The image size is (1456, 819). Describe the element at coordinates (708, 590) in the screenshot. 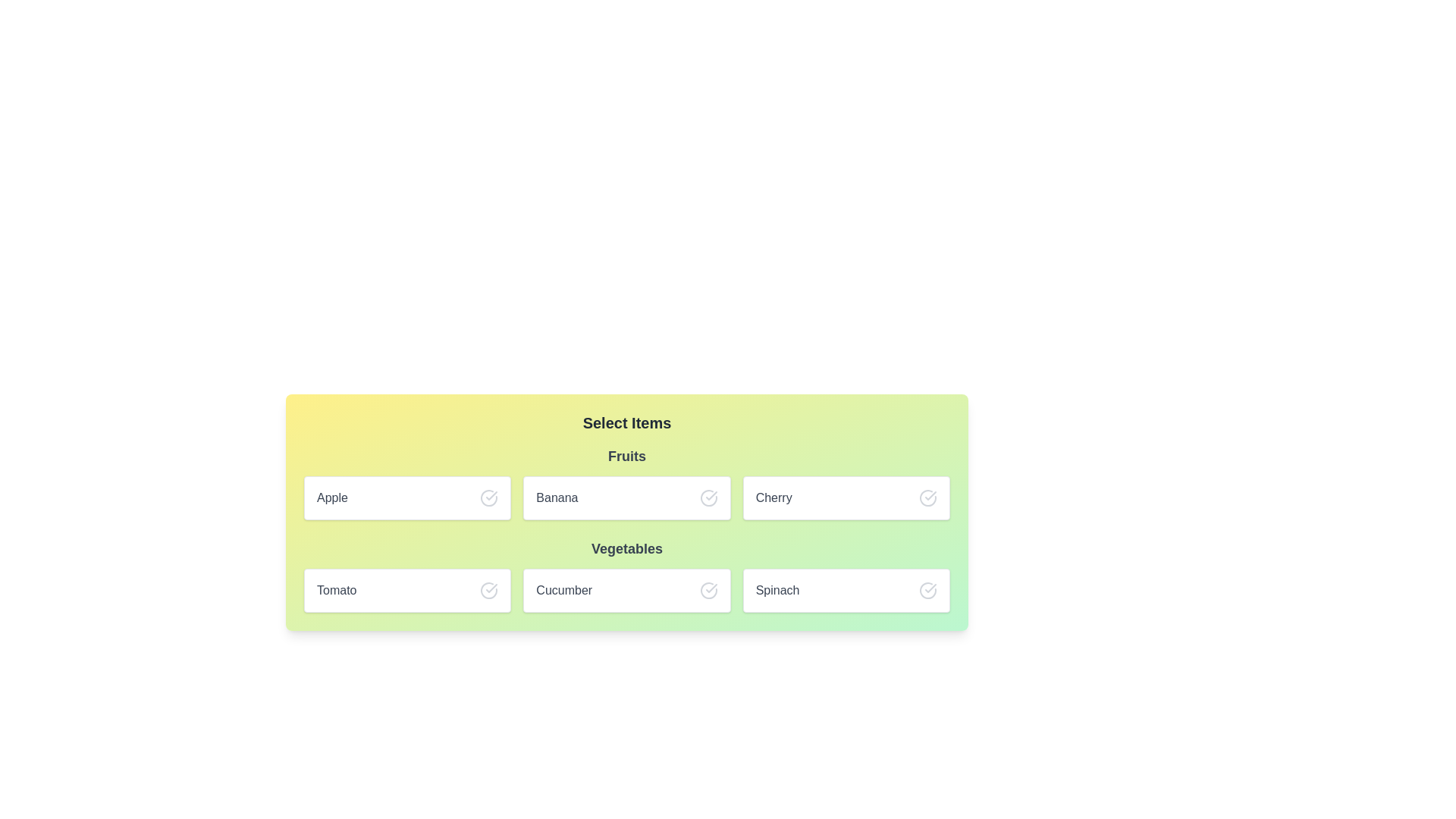

I see `the checkmark symbol within the SVG icon representing 'Cucumber' in the 'Vegetables' section` at that location.